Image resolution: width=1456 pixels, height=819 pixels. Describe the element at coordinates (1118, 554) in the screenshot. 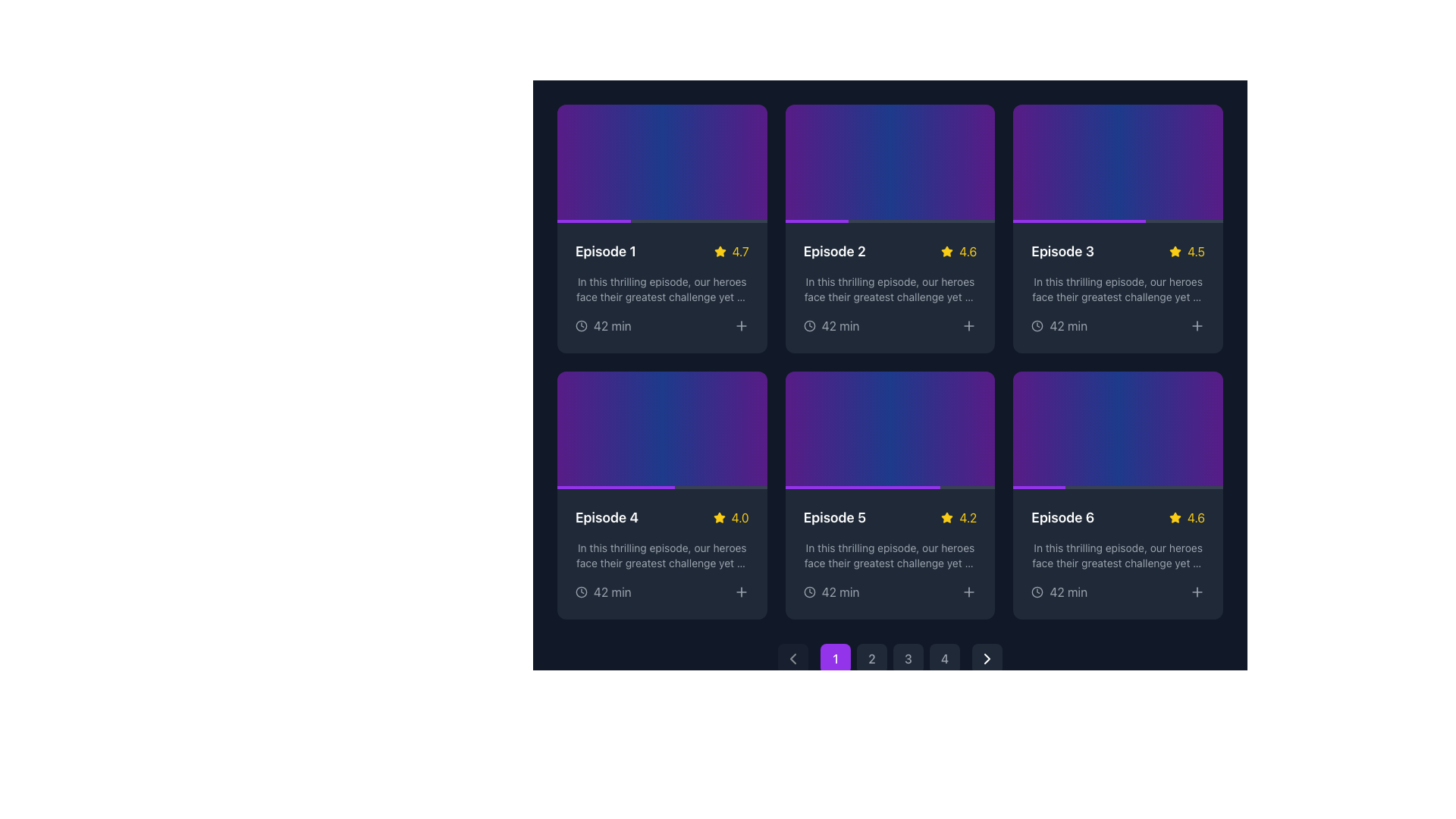

I see `the Informational Card displaying details about a specific episode, located in the bottom-right corner of the visible grid` at that location.